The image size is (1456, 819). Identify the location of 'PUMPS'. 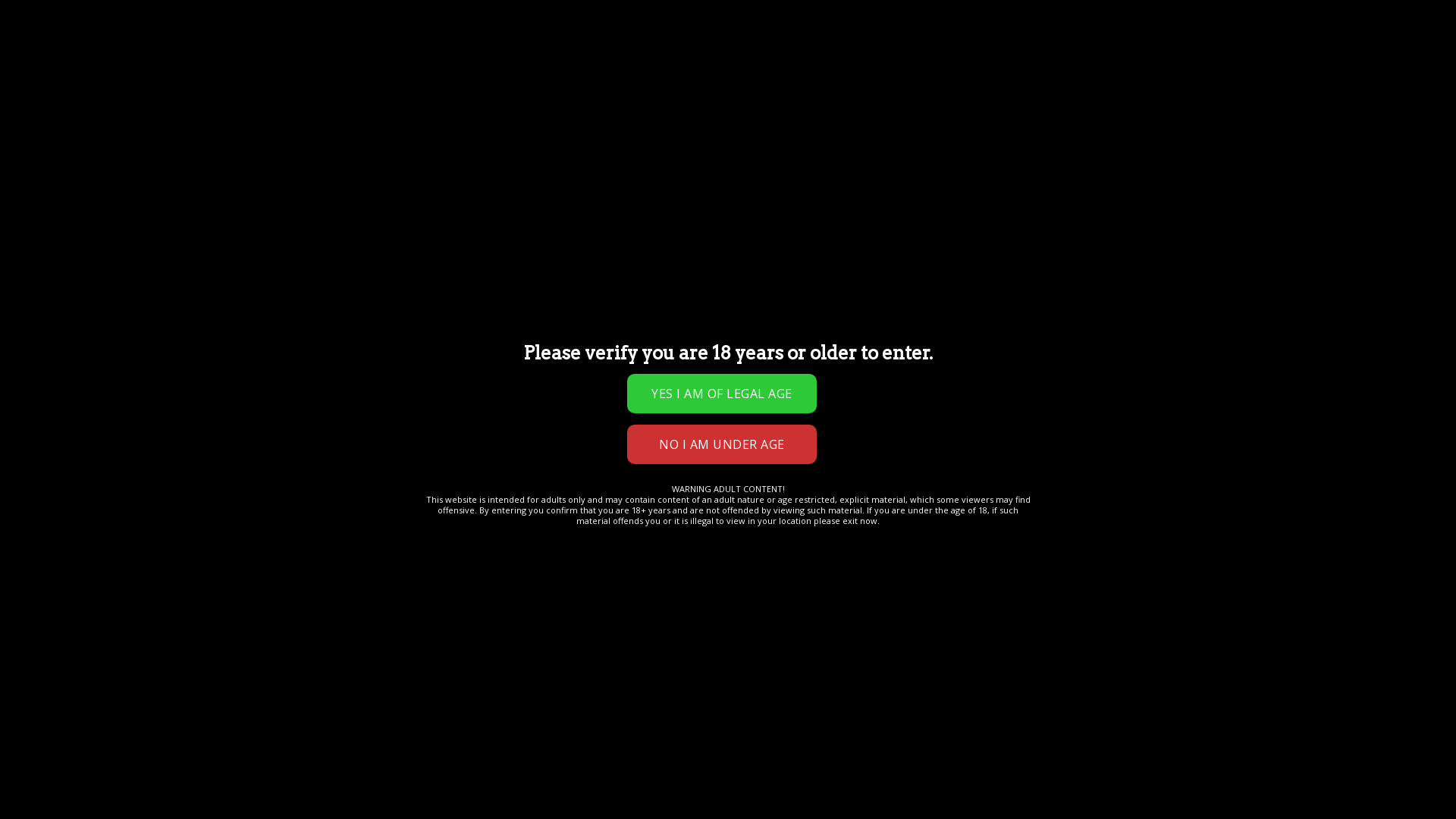
(73, 113).